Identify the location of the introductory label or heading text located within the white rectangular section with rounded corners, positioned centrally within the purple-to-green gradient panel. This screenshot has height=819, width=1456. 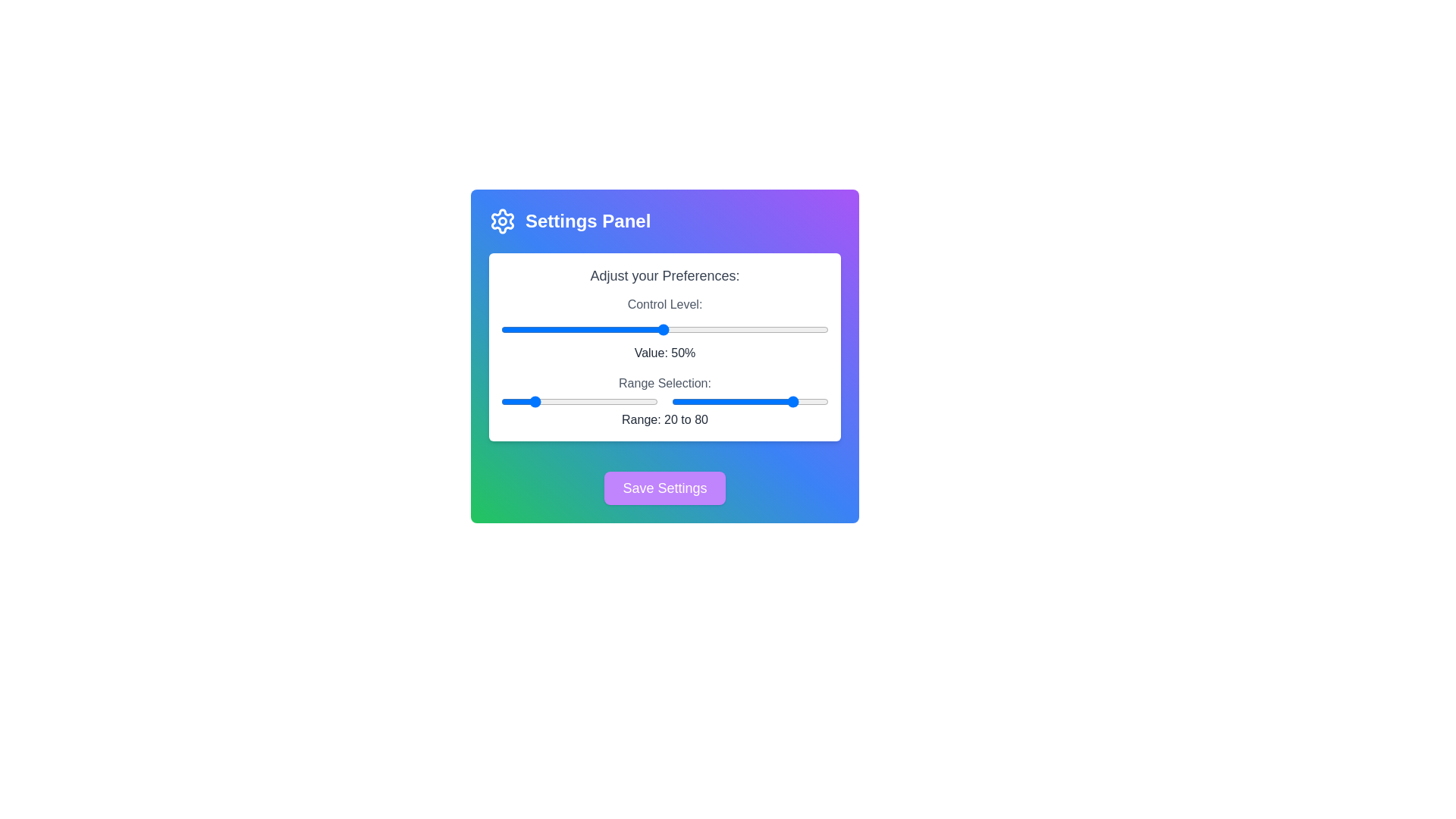
(665, 275).